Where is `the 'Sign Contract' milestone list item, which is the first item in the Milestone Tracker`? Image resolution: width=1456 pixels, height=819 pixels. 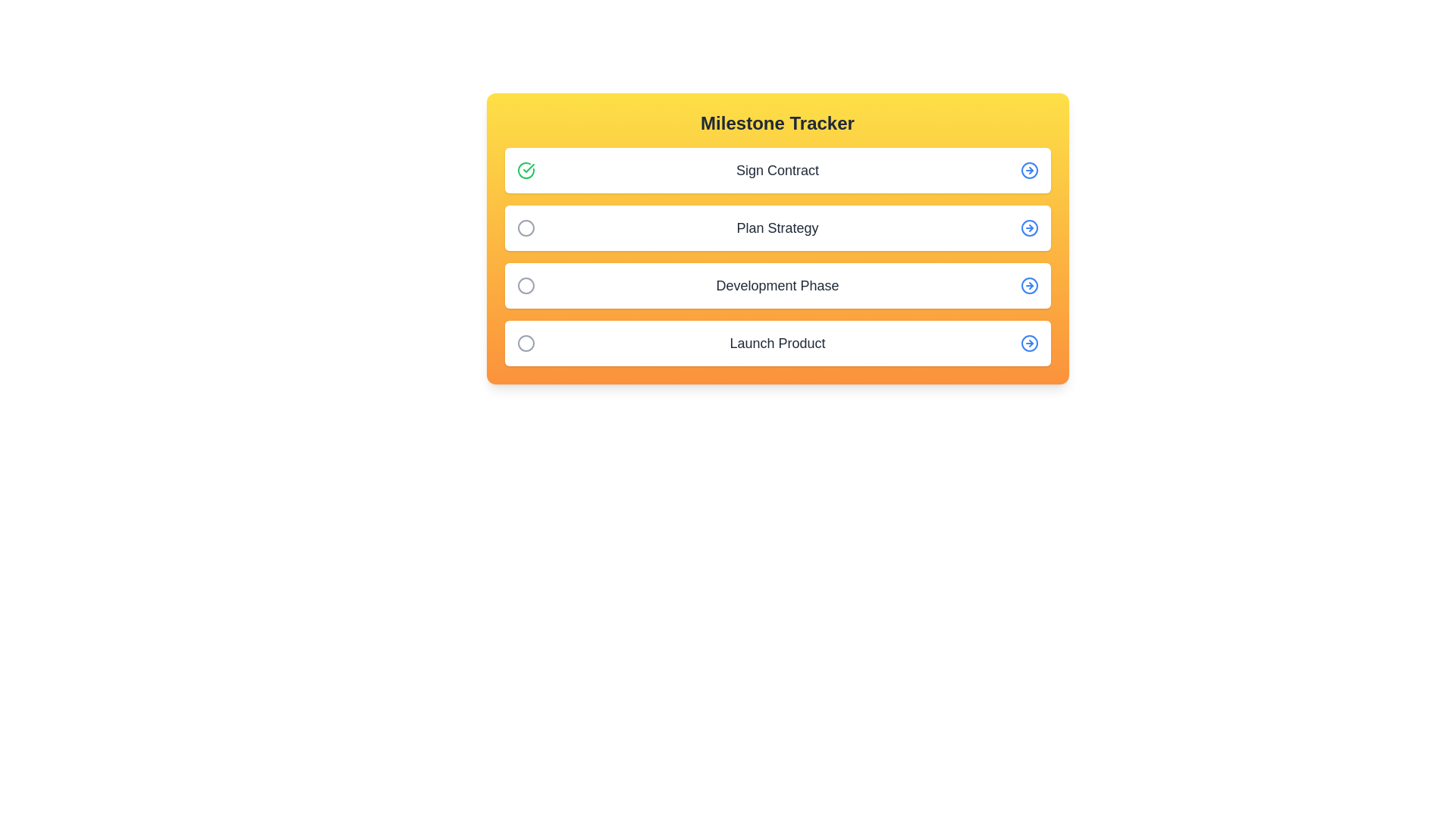
the 'Sign Contract' milestone list item, which is the first item in the Milestone Tracker is located at coordinates (777, 170).